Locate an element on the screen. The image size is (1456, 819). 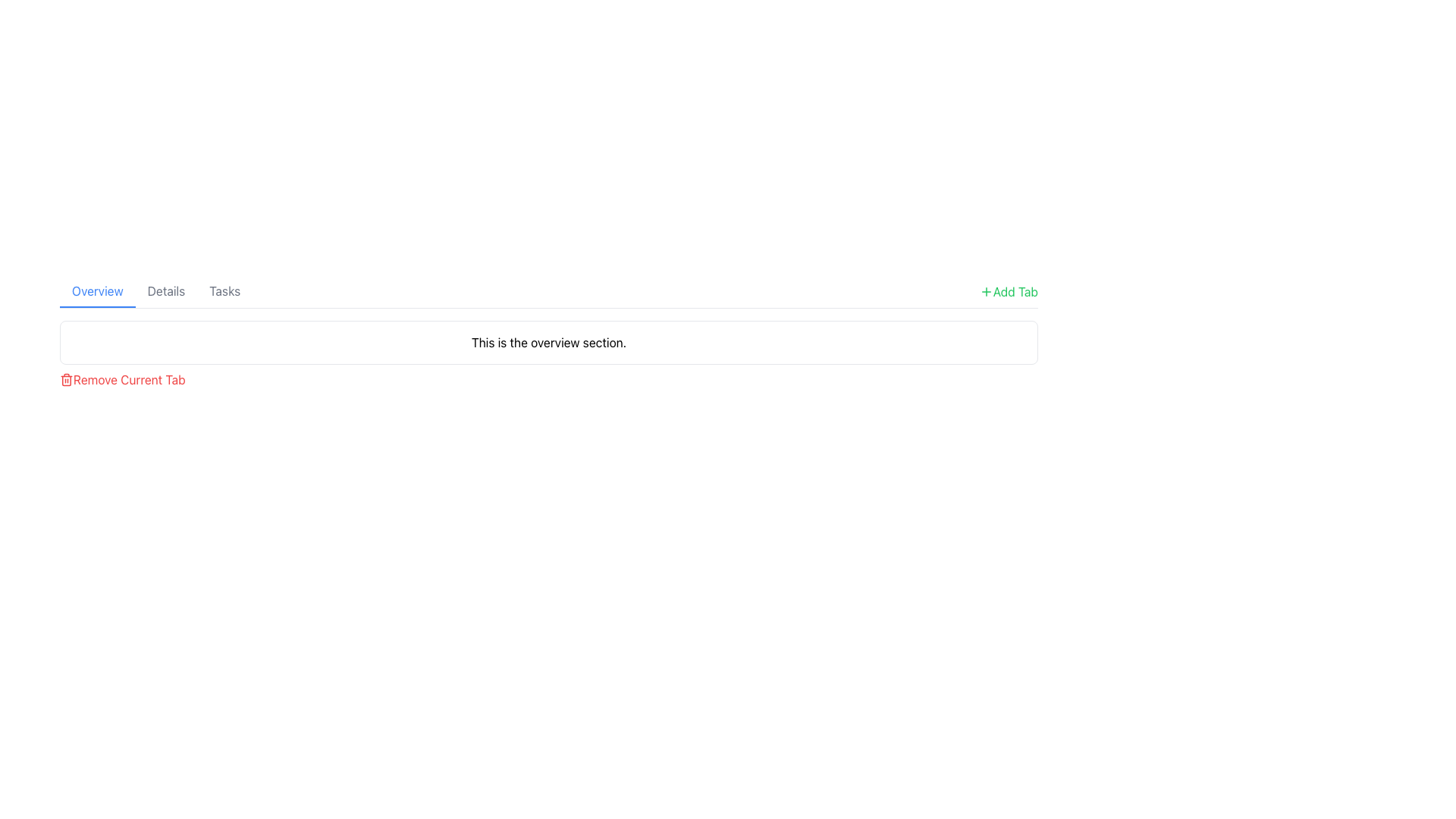
the 'Tasks' tab, which is the third tab in the horizontal navigation bar is located at coordinates (224, 292).